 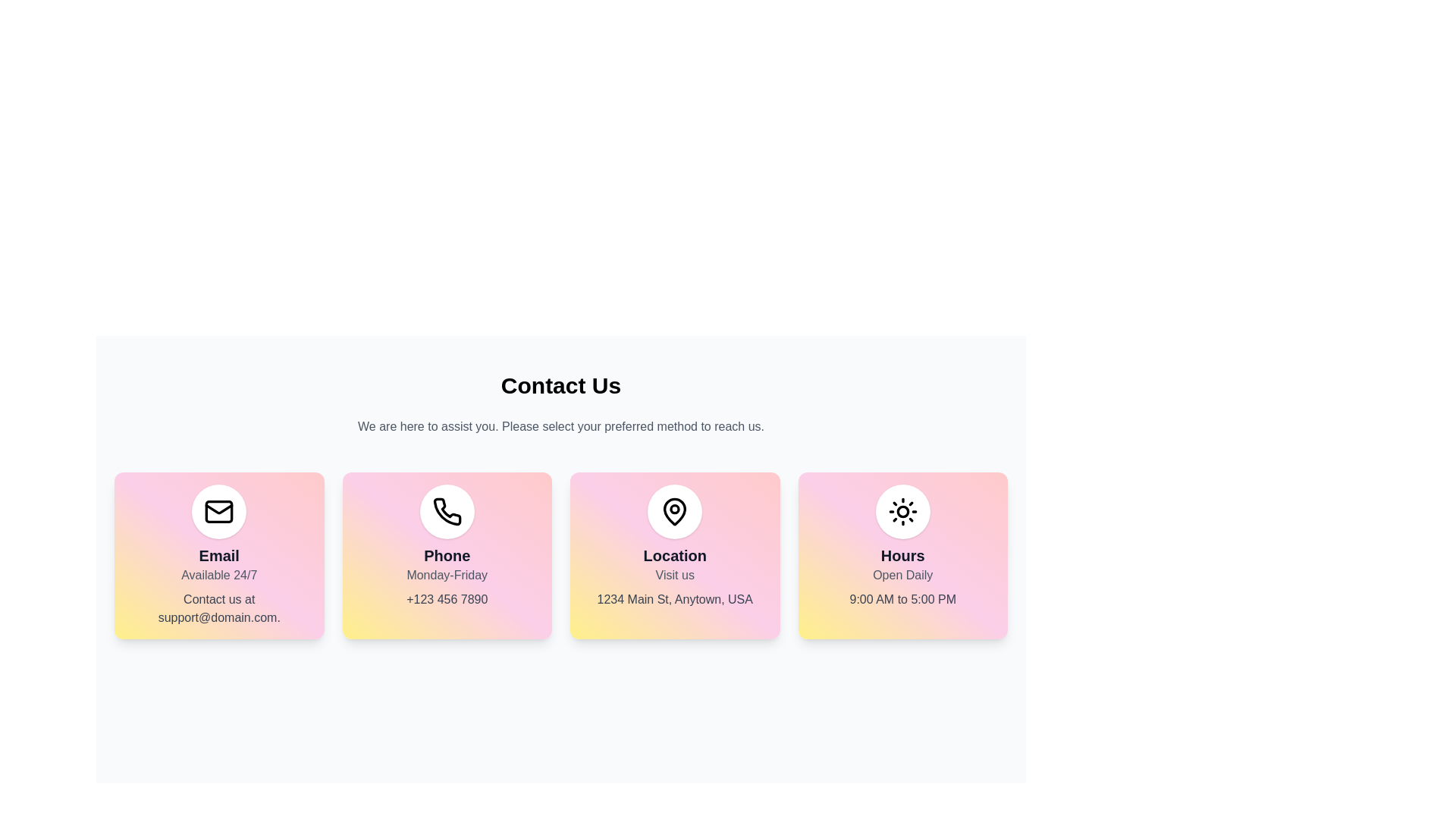 I want to click on contact email address displayed in the text label located below 'Available 24/7' in the first card ('Email') within a row of four cards, so click(x=218, y=607).